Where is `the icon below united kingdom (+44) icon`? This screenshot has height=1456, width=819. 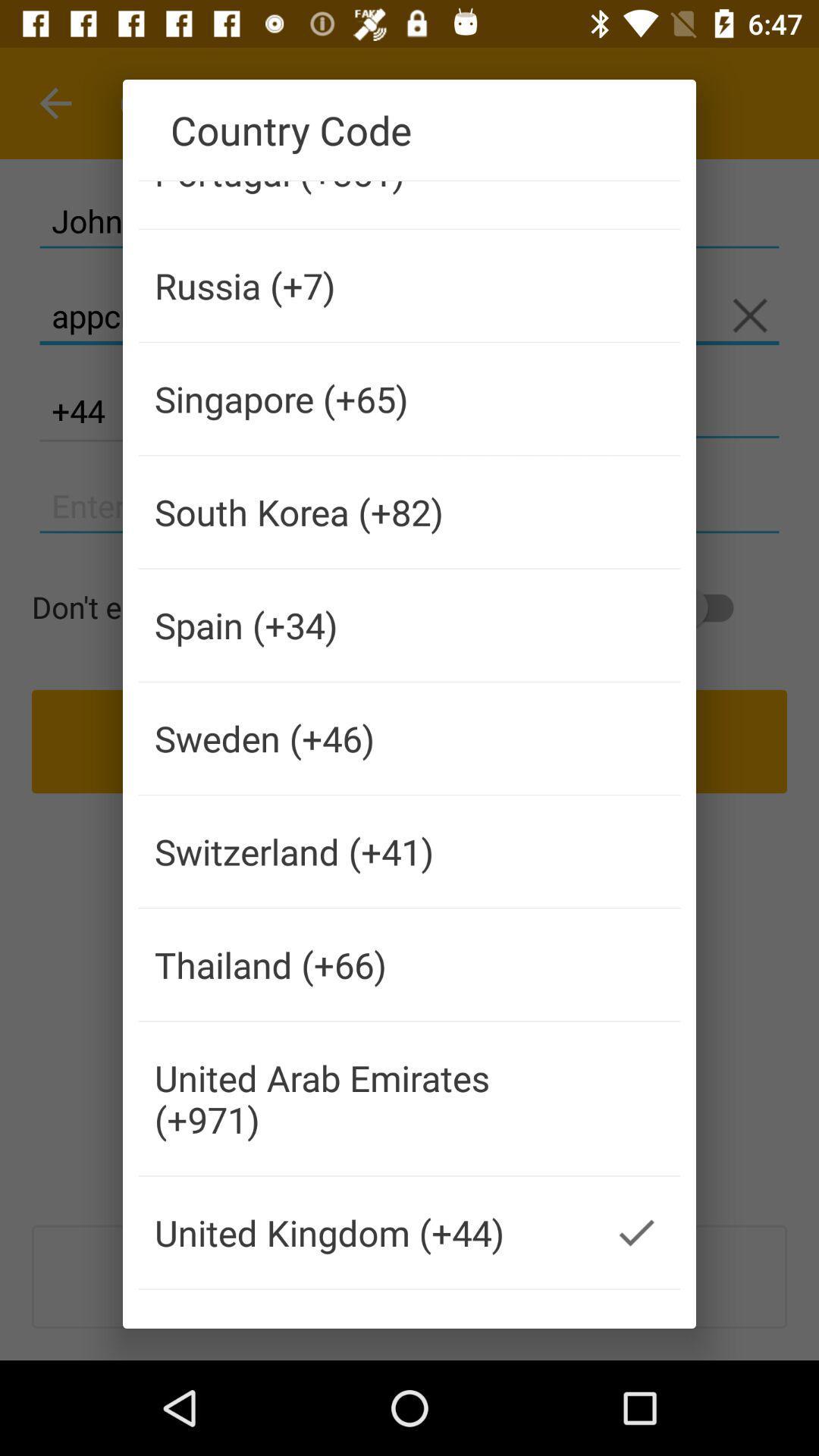 the icon below united kingdom (+44) icon is located at coordinates (366, 1301).